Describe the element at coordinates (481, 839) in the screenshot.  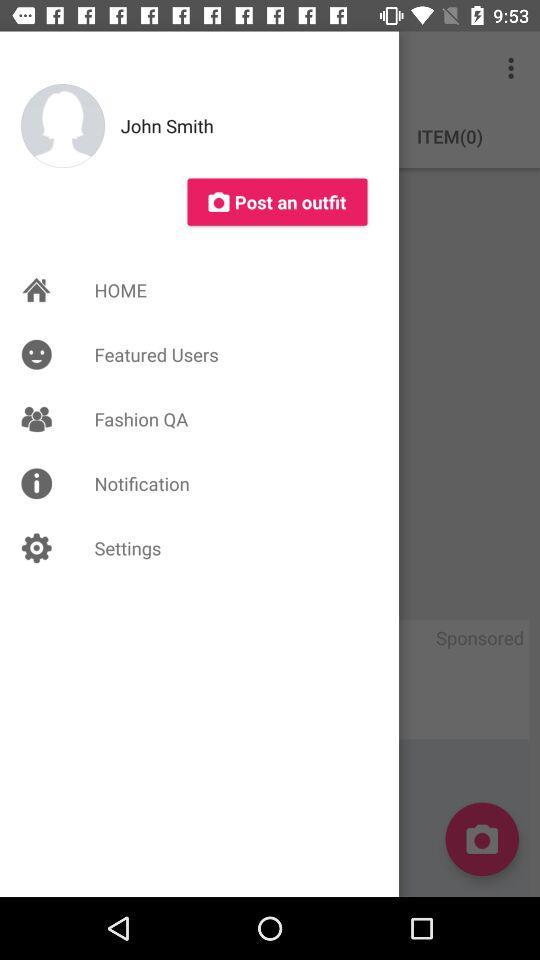
I see `the photo icon` at that location.